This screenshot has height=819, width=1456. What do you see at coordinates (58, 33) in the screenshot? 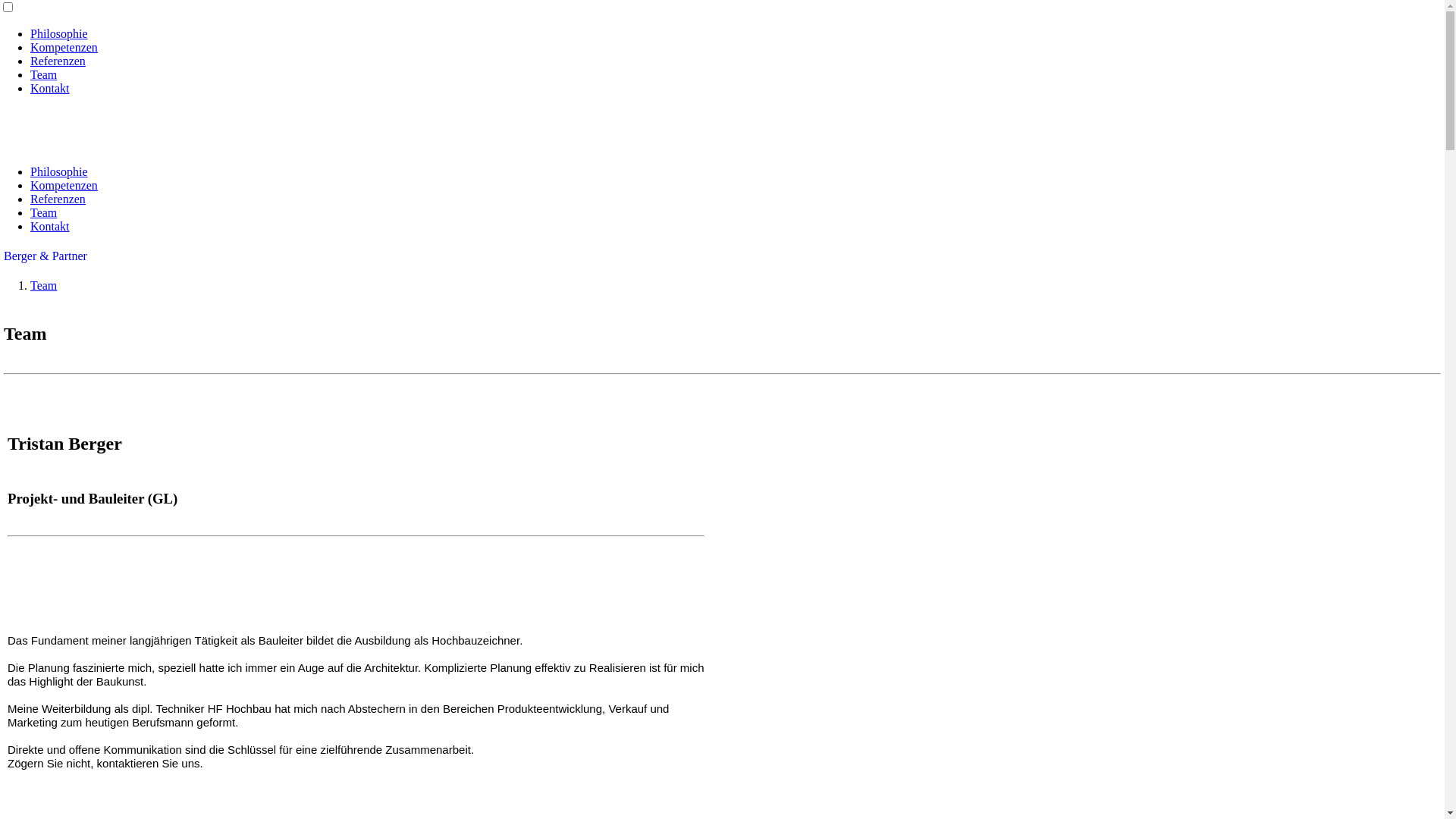
I see `'Philosophie'` at bounding box center [58, 33].